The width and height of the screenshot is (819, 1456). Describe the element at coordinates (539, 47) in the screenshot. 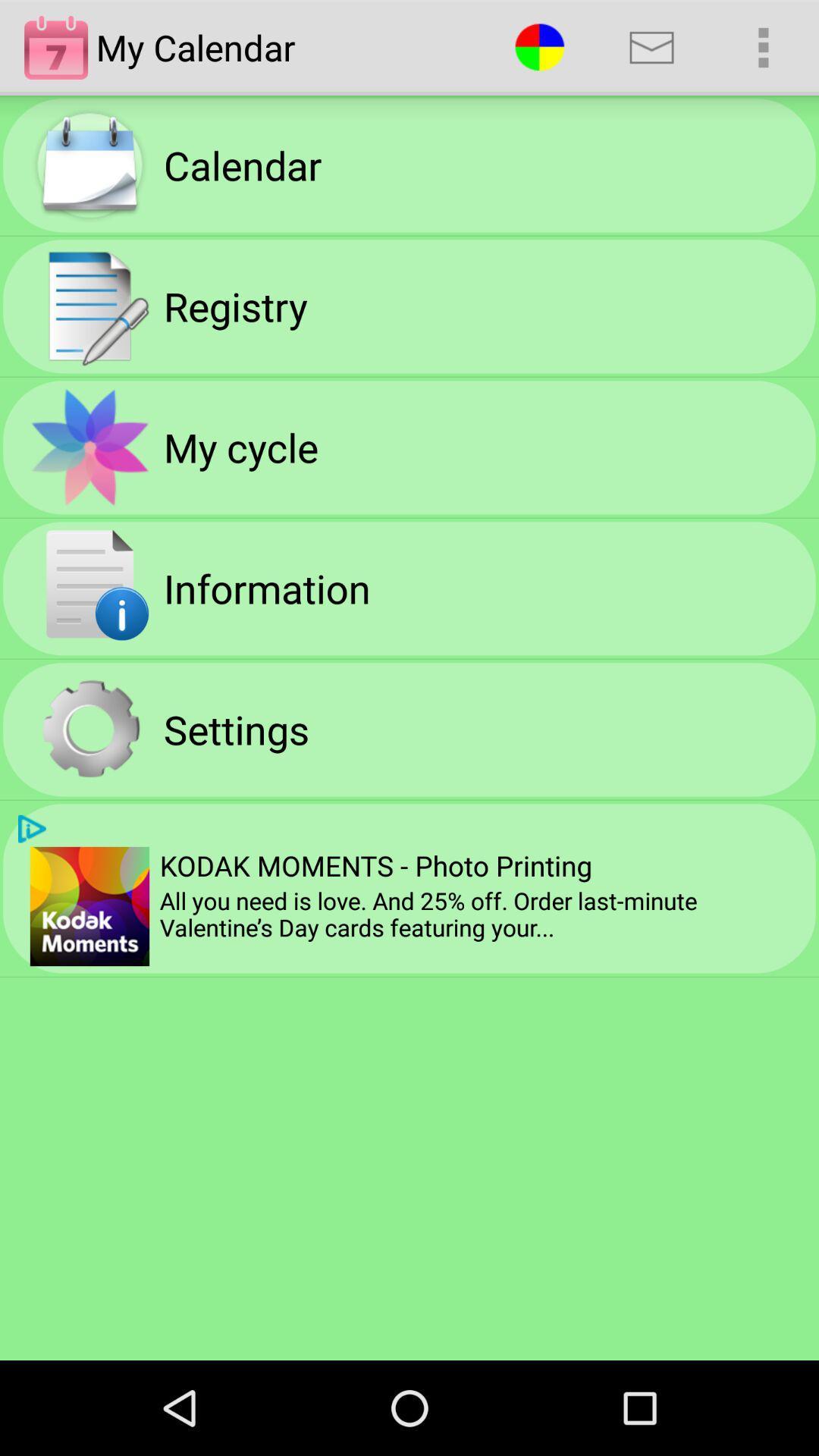

I see `item at the top` at that location.